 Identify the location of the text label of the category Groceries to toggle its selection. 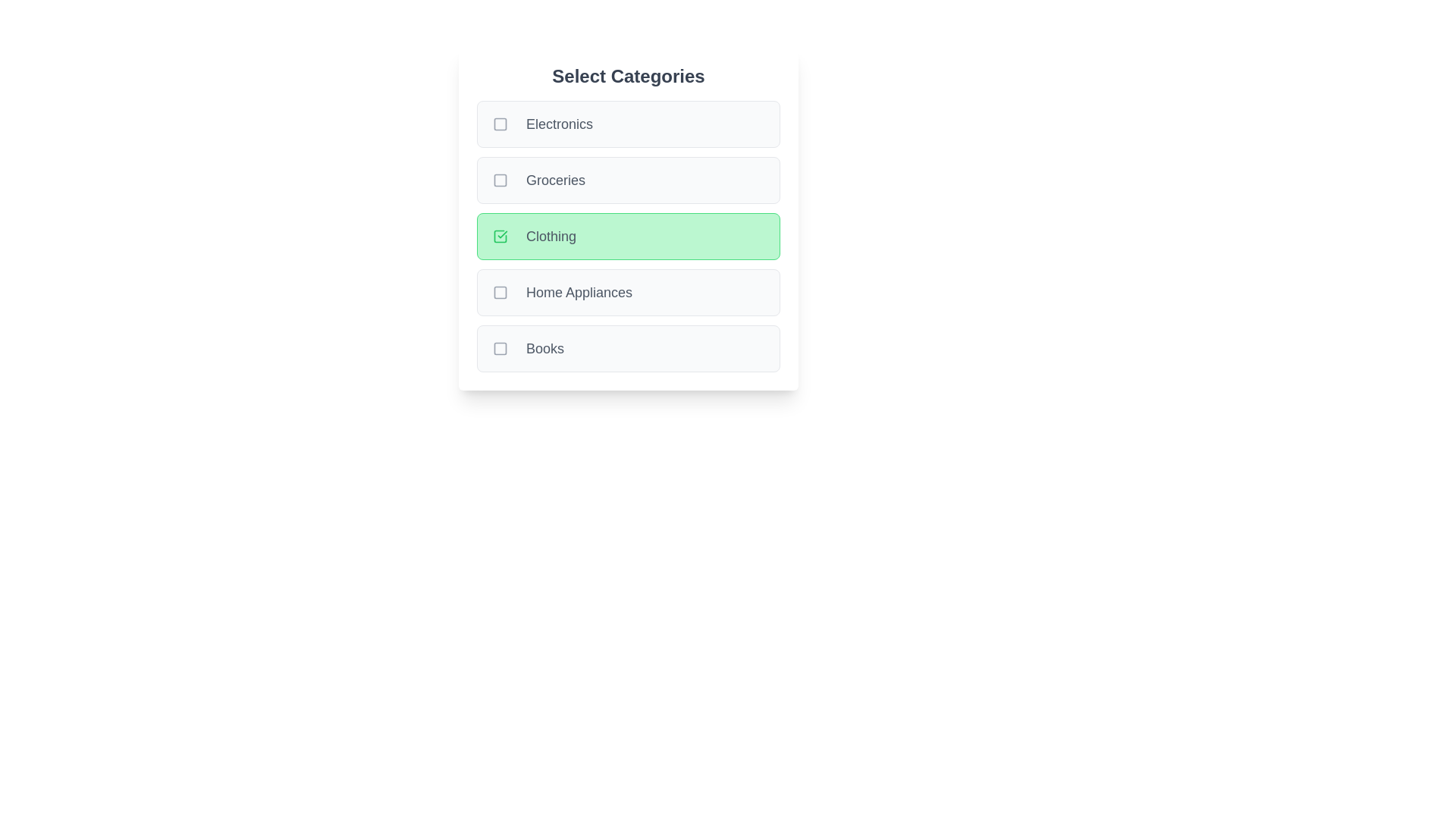
(555, 180).